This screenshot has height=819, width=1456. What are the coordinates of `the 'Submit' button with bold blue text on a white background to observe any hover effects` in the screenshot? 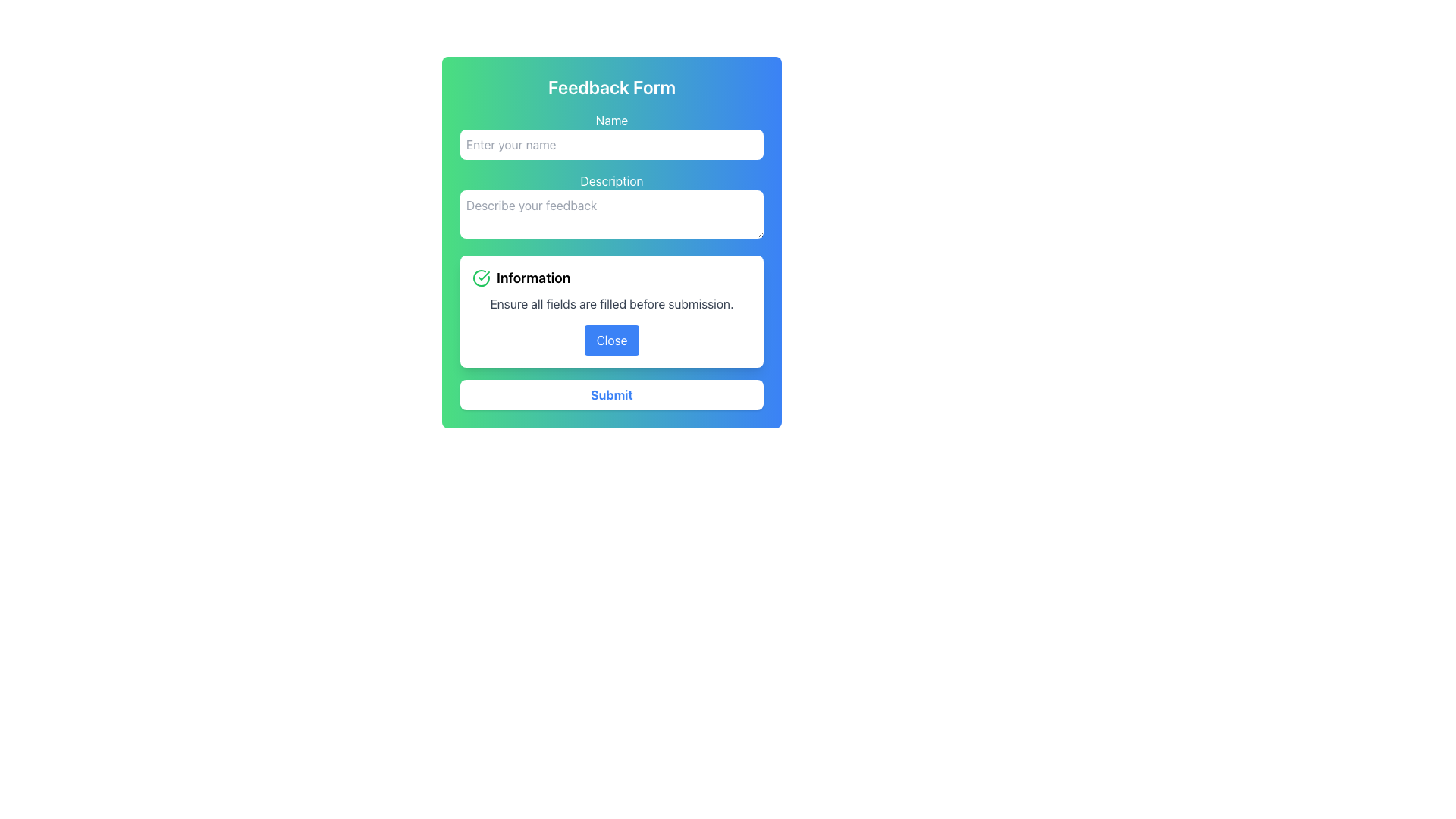 It's located at (611, 394).